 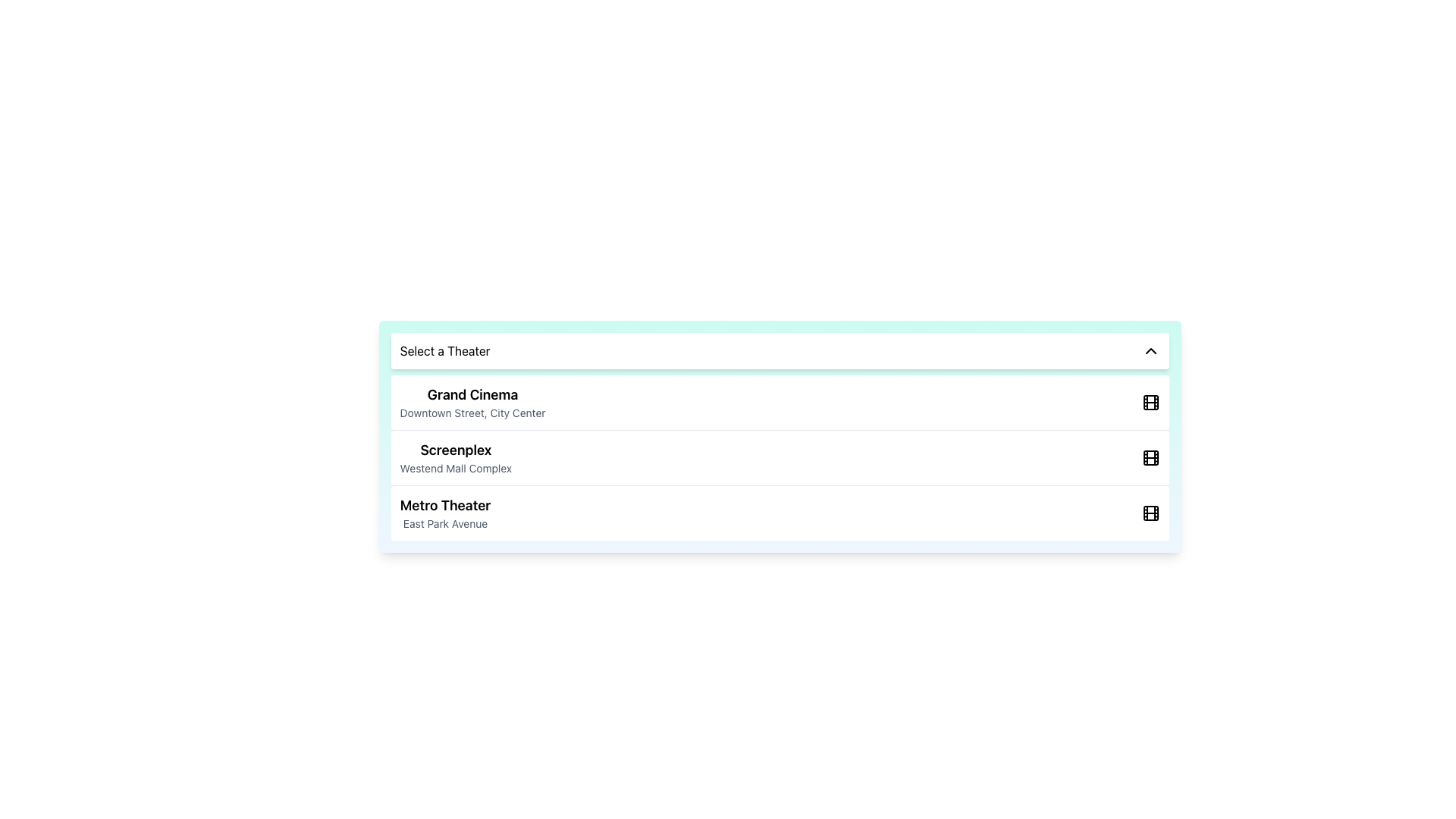 What do you see at coordinates (472, 402) in the screenshot?
I see `the List Item displaying 'Grand Cinema'` at bounding box center [472, 402].